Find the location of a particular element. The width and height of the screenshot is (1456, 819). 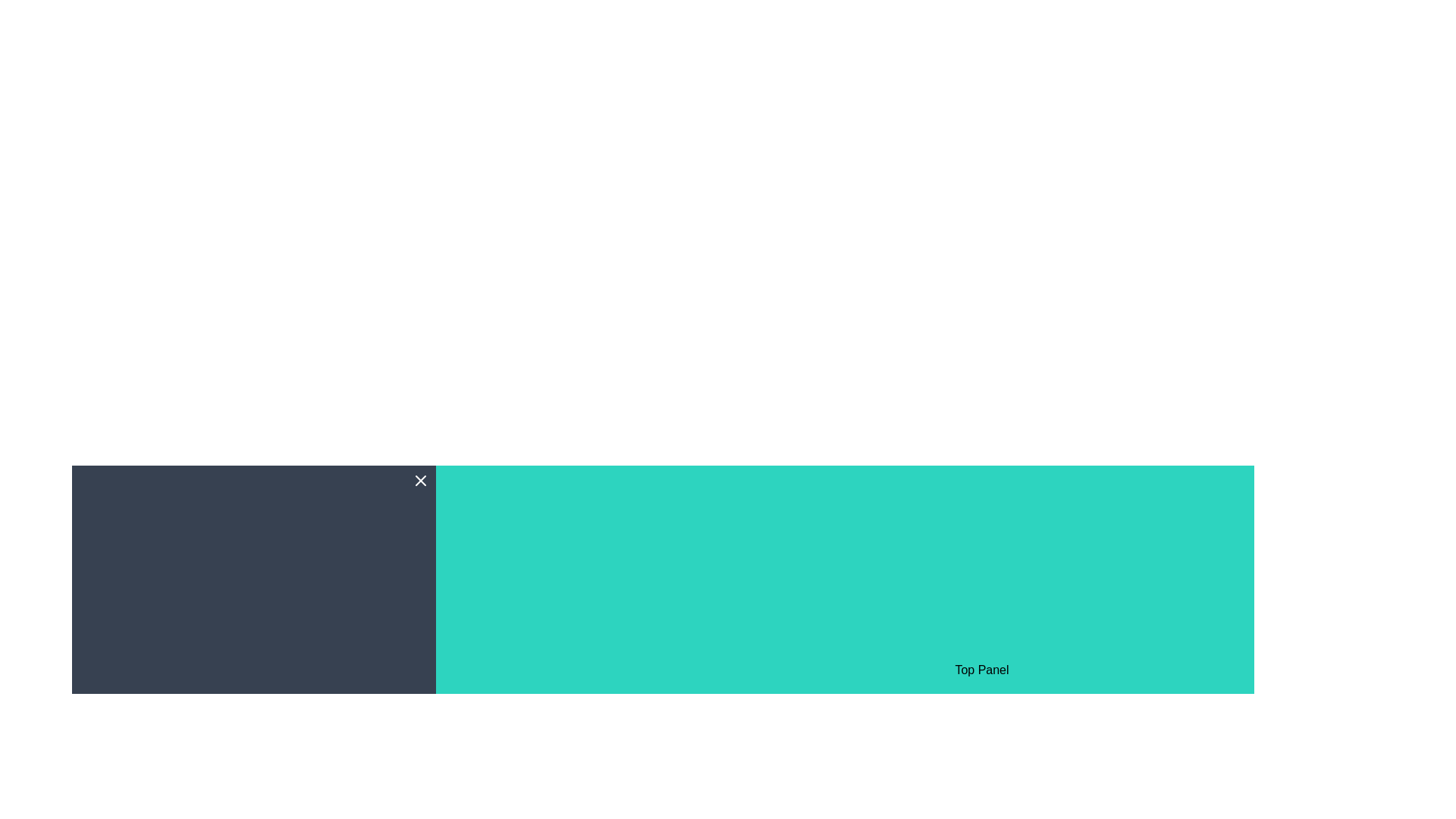

the close icon located at the top-right corner of the dark rectangular section is located at coordinates (421, 480).